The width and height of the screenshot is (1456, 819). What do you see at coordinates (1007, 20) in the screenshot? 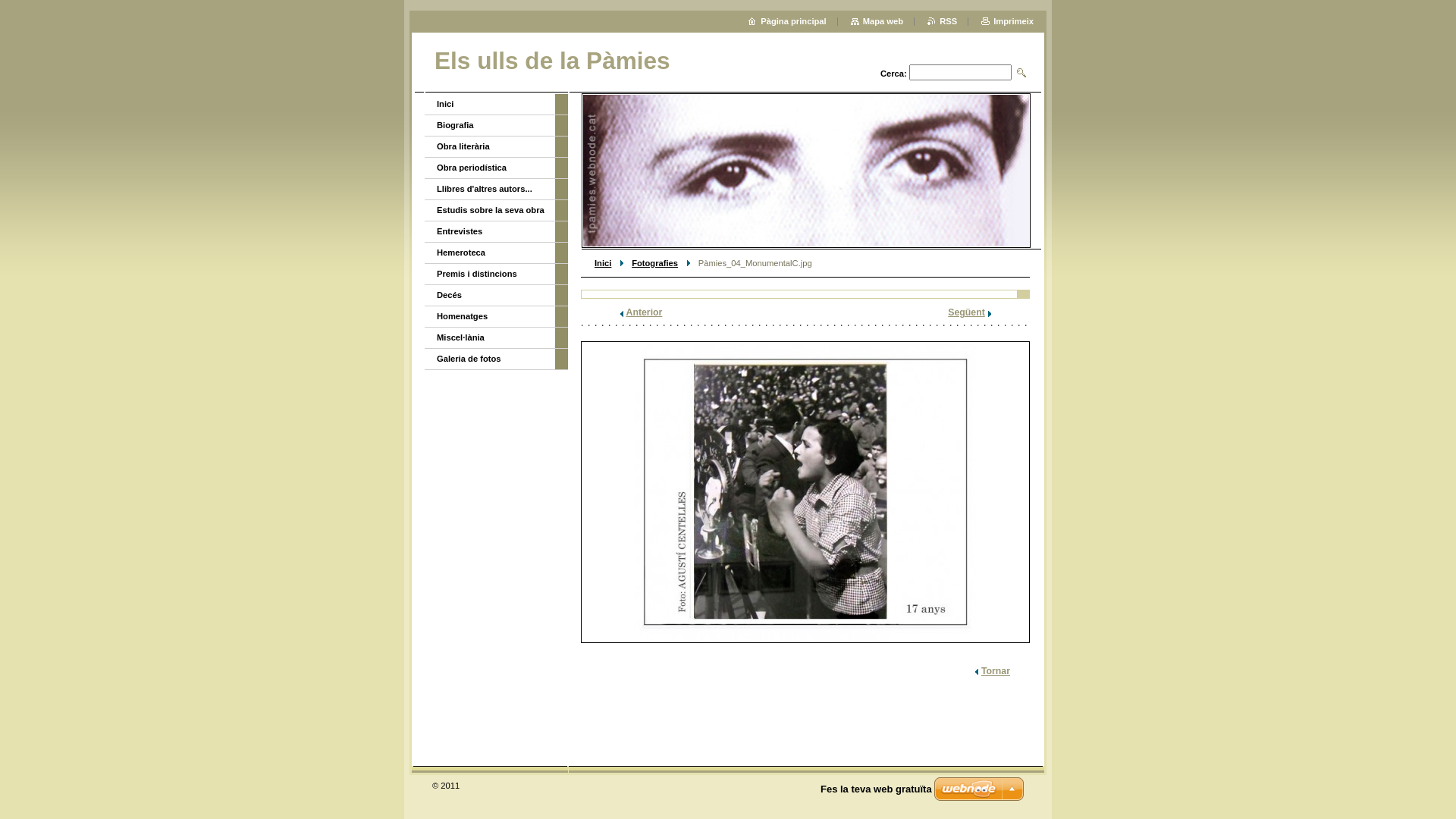
I see `'Imprimeix'` at bounding box center [1007, 20].